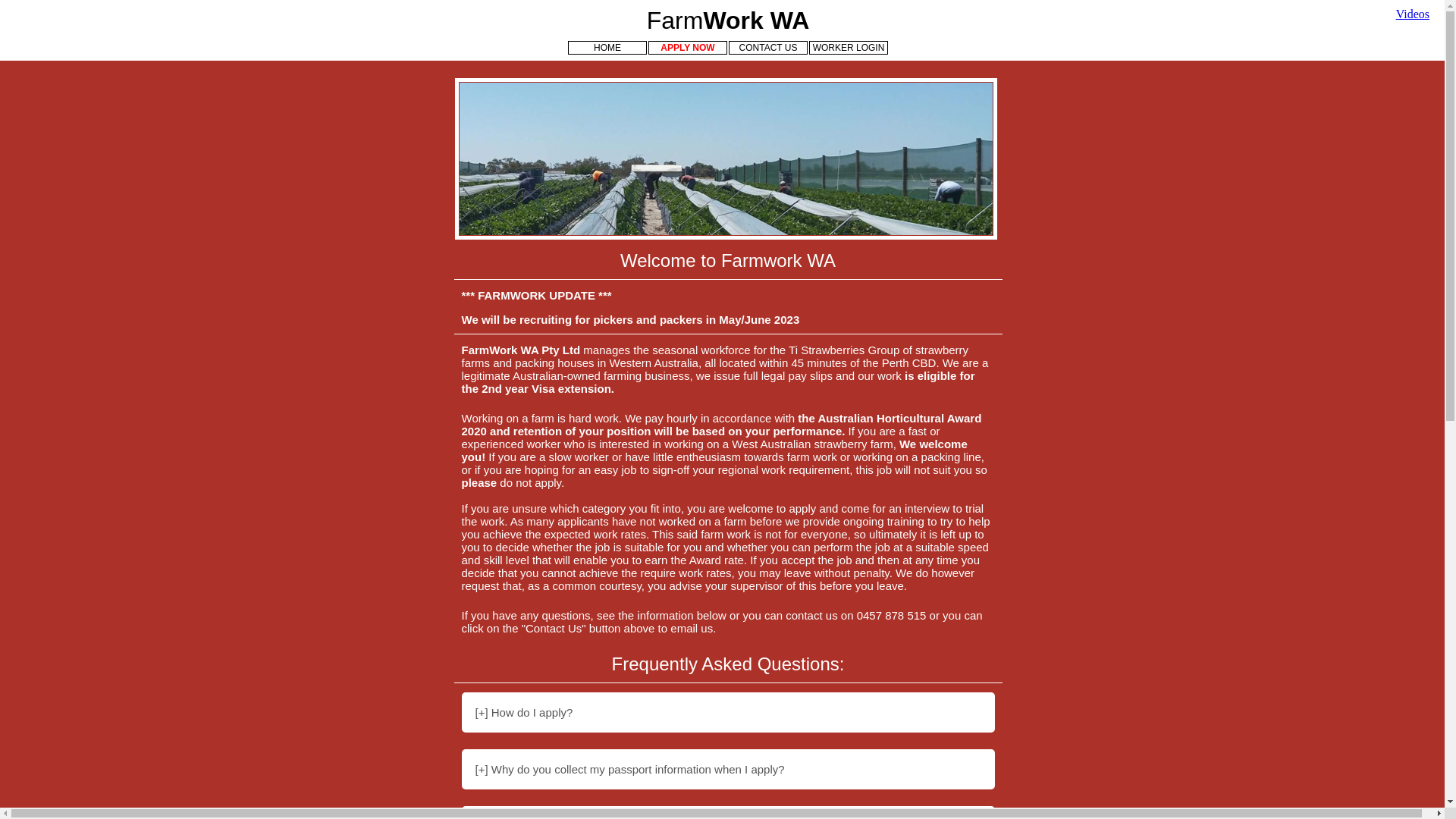 This screenshot has height=819, width=1456. Describe the element at coordinates (726, 769) in the screenshot. I see `'[+] Why do you collect my passport information when I apply?'` at that location.